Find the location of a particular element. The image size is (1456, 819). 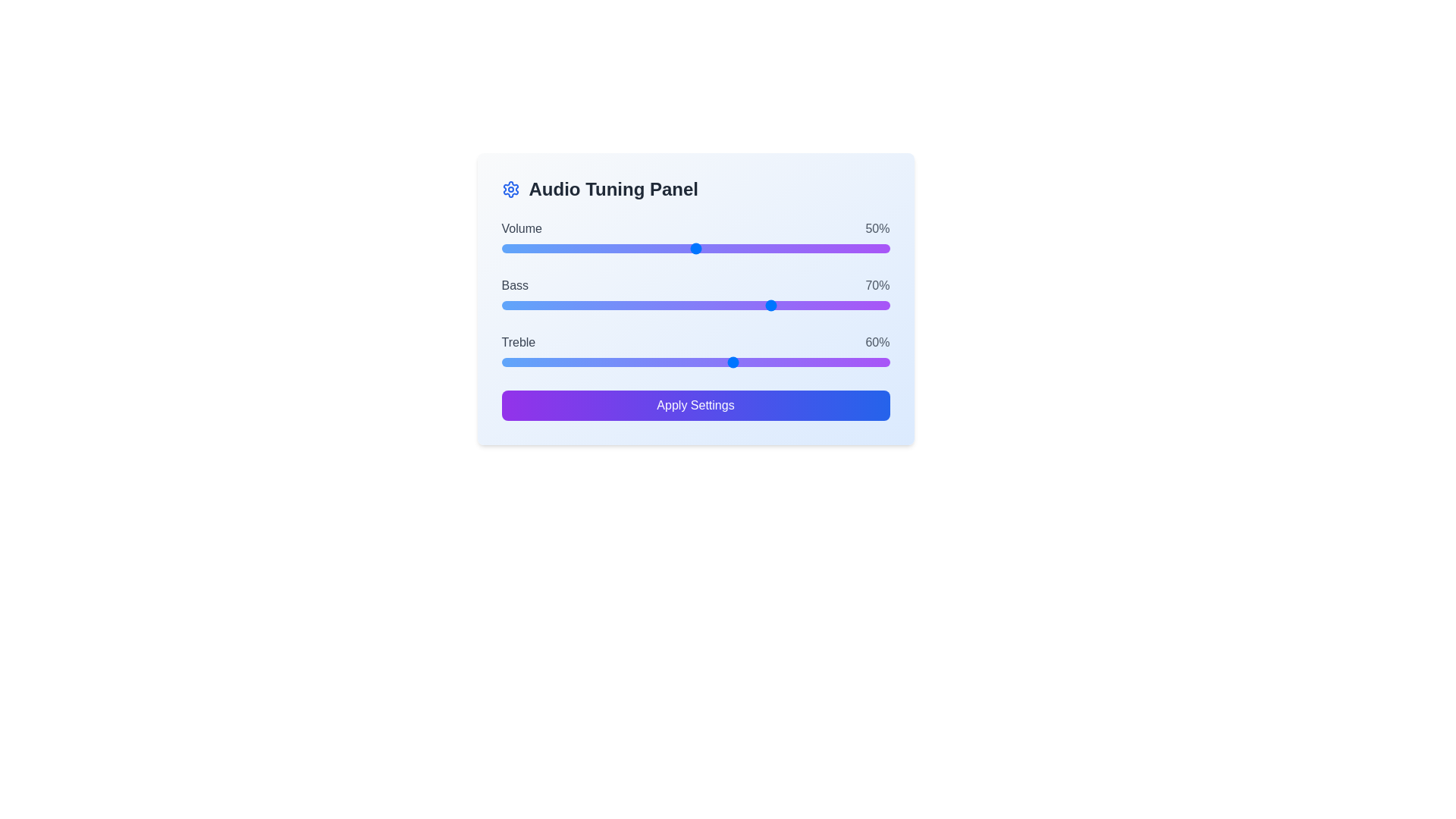

the handle of the Bass slider is located at coordinates (695, 305).